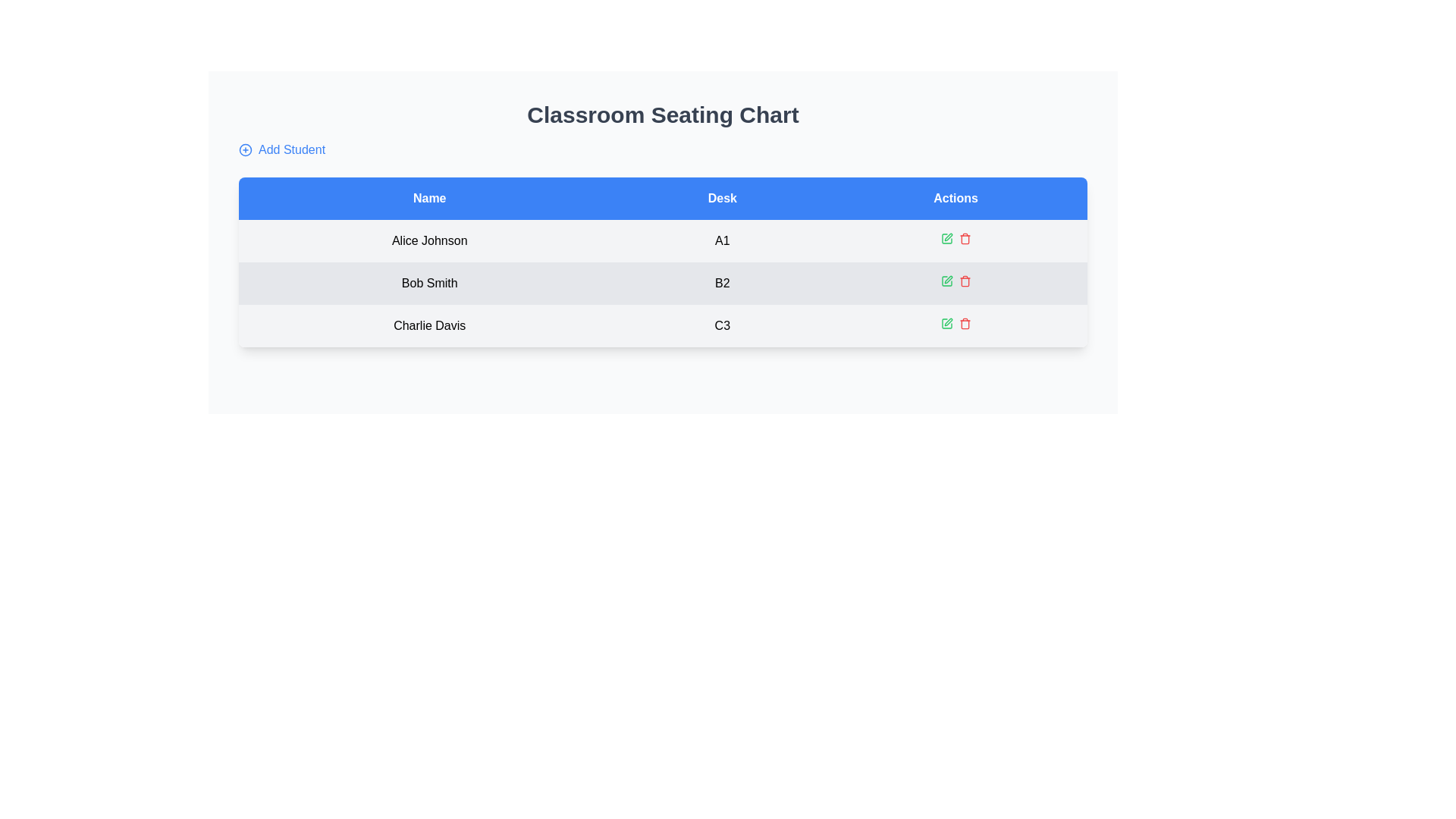 This screenshot has height=819, width=1456. What do you see at coordinates (947, 280) in the screenshot?
I see `the edit action icon in the 'Actions' column of the second row for user 'Bob Smith'` at bounding box center [947, 280].